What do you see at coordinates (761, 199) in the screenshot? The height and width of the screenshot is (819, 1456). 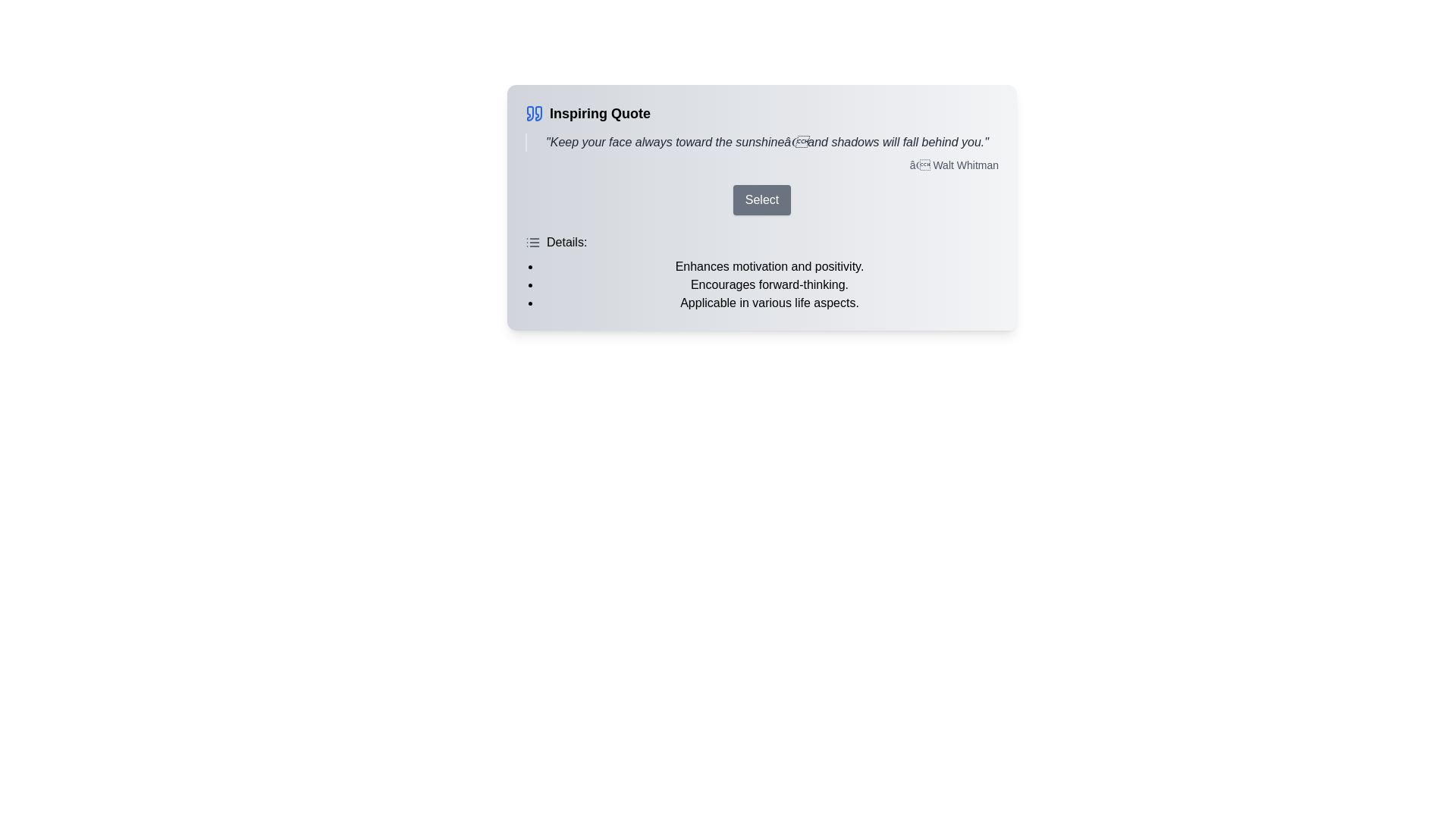 I see `the button located in the 'Inspiring Quote' card, positioned below the quote and author text` at bounding box center [761, 199].